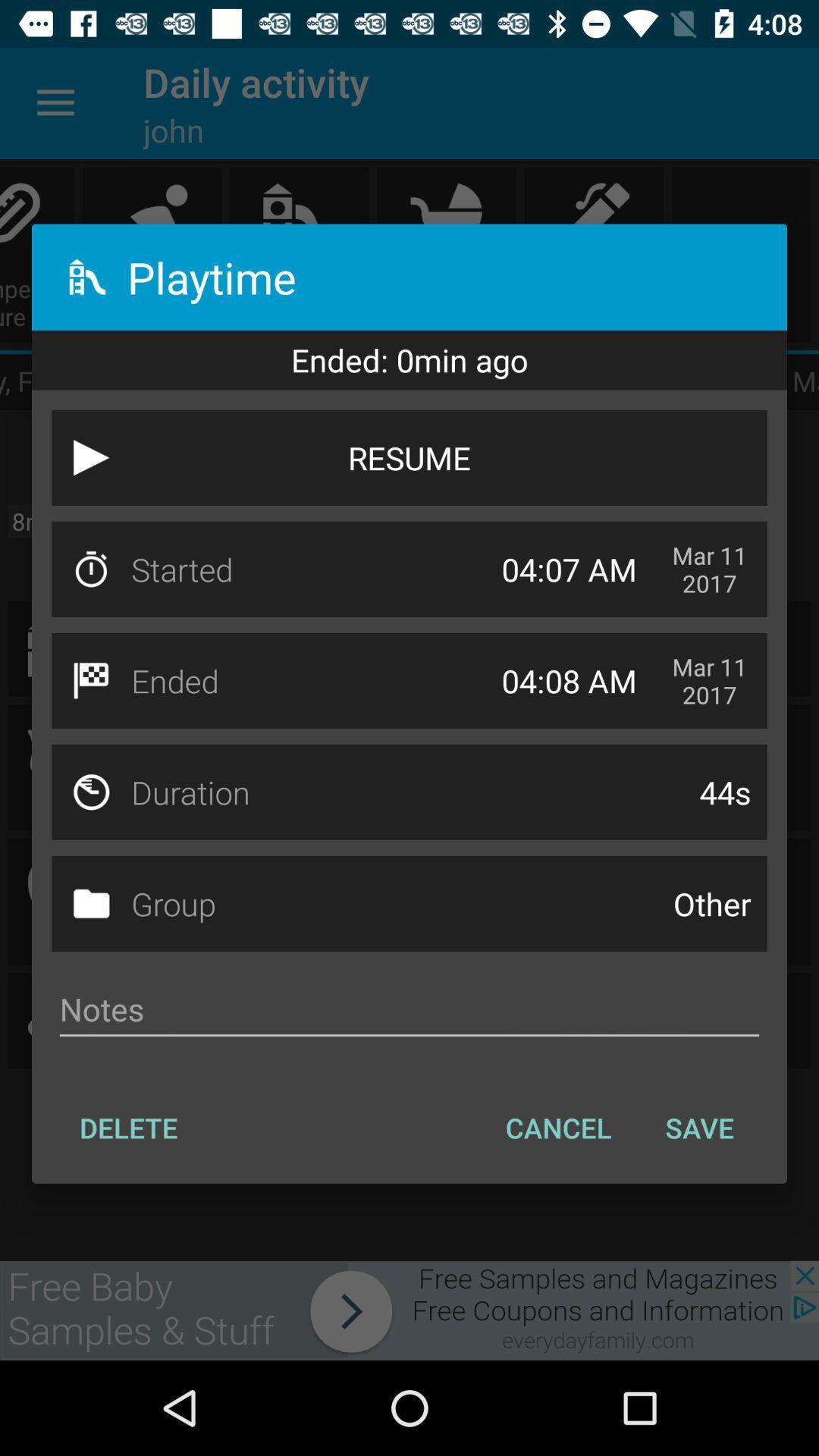 The height and width of the screenshot is (1456, 819). I want to click on the delete icon, so click(127, 1128).